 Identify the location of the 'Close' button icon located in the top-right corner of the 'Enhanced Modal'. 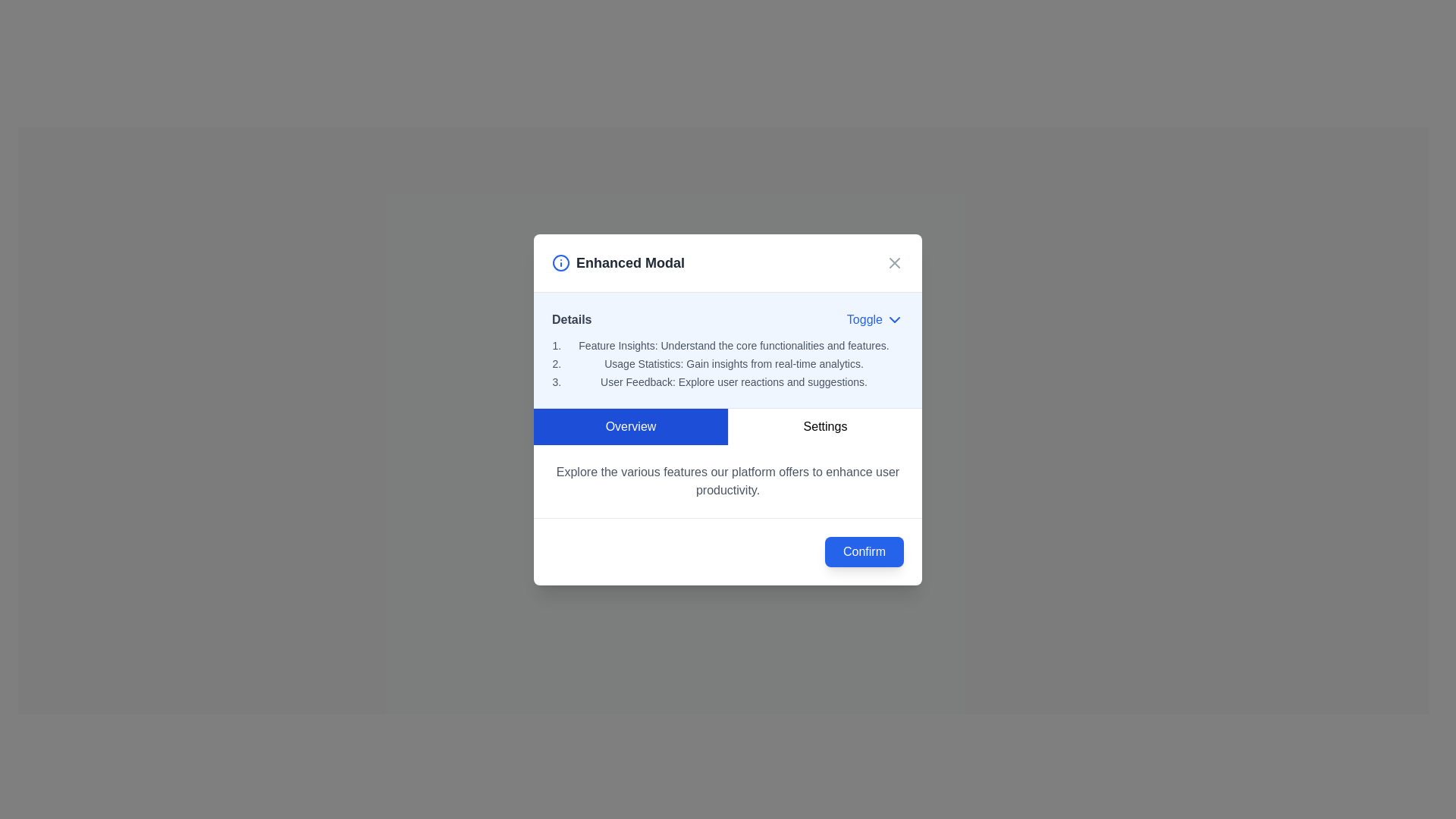
(895, 262).